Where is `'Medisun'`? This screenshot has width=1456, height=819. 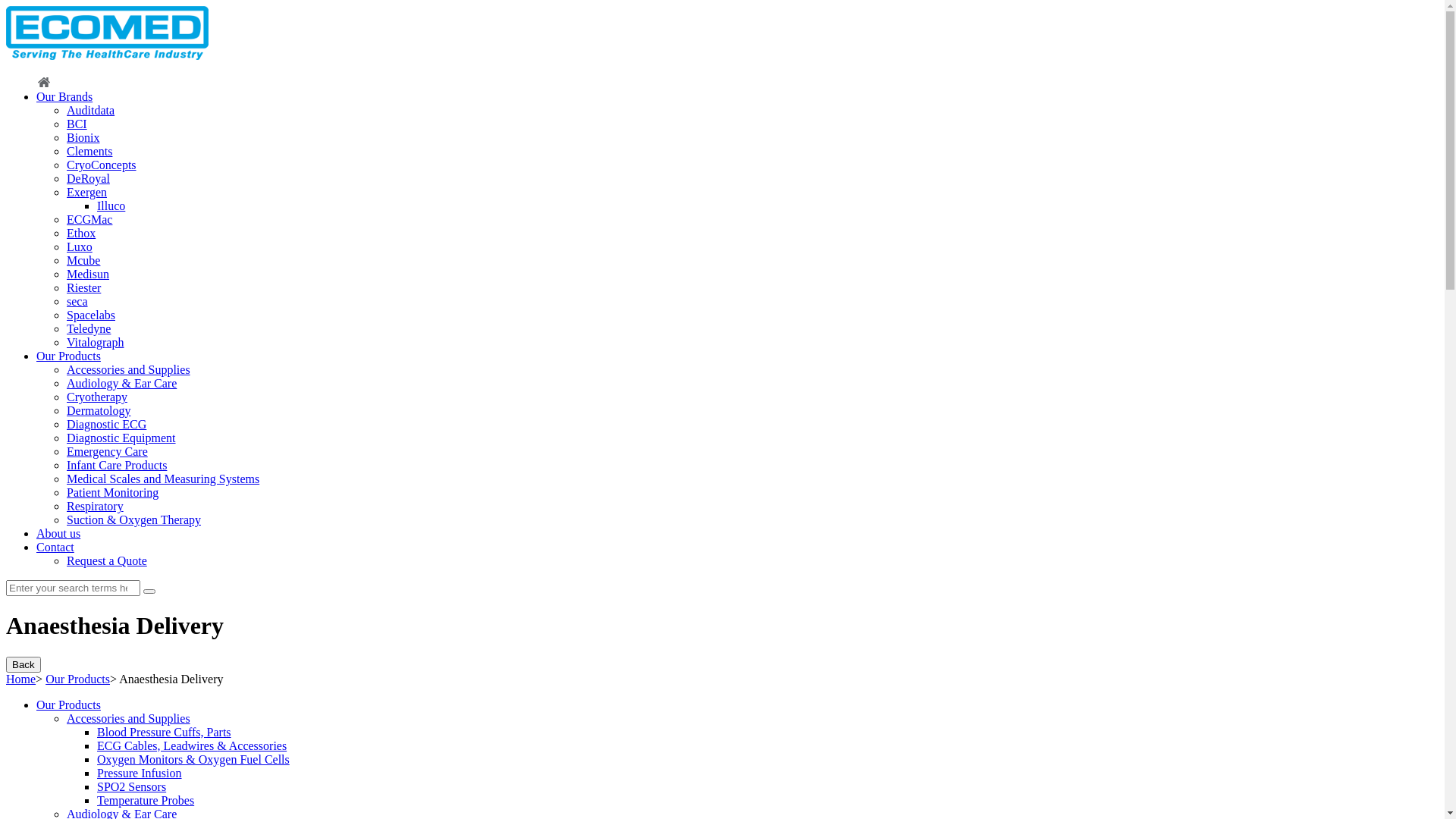 'Medisun' is located at coordinates (86, 274).